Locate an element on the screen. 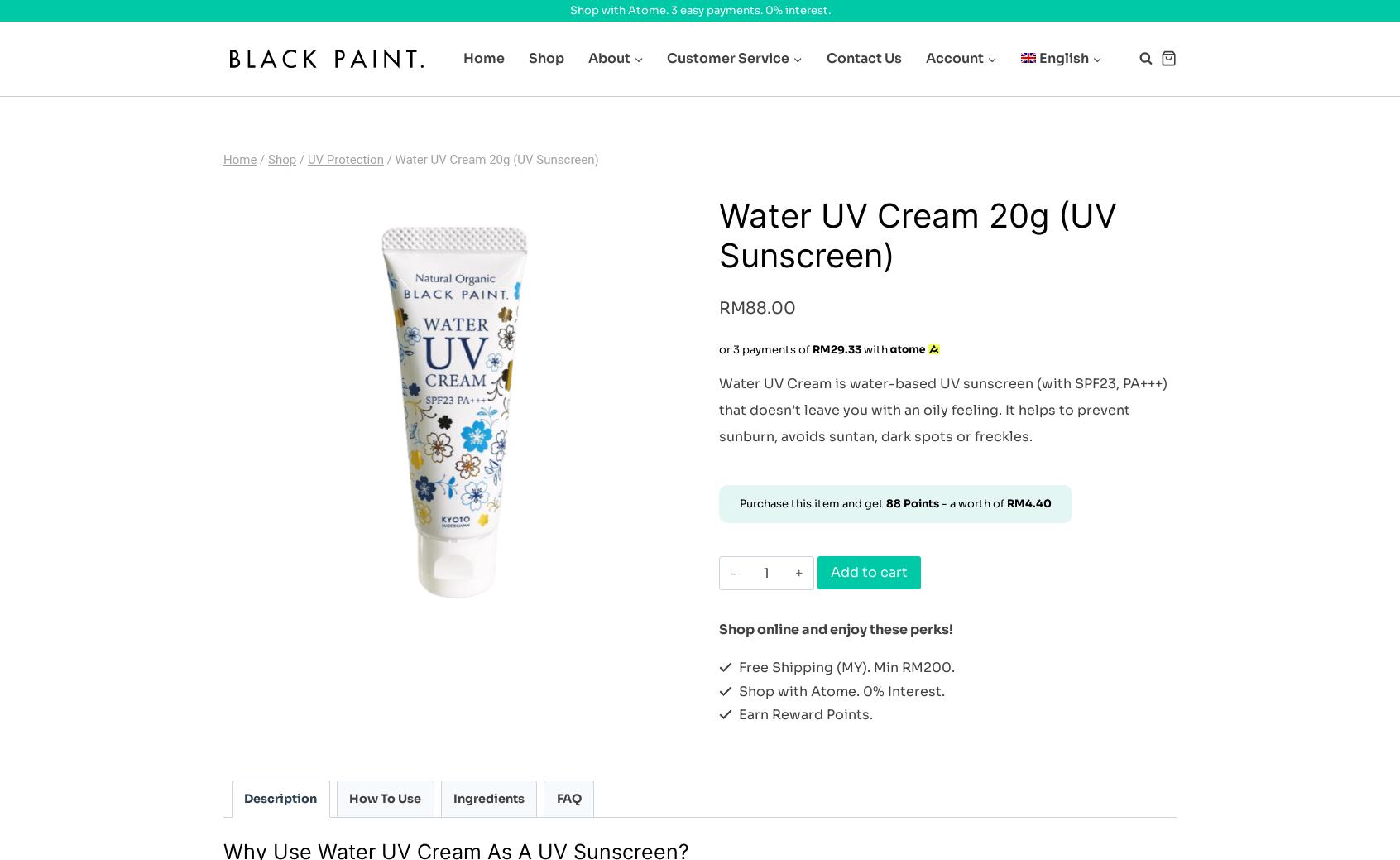  'with' is located at coordinates (875, 348).